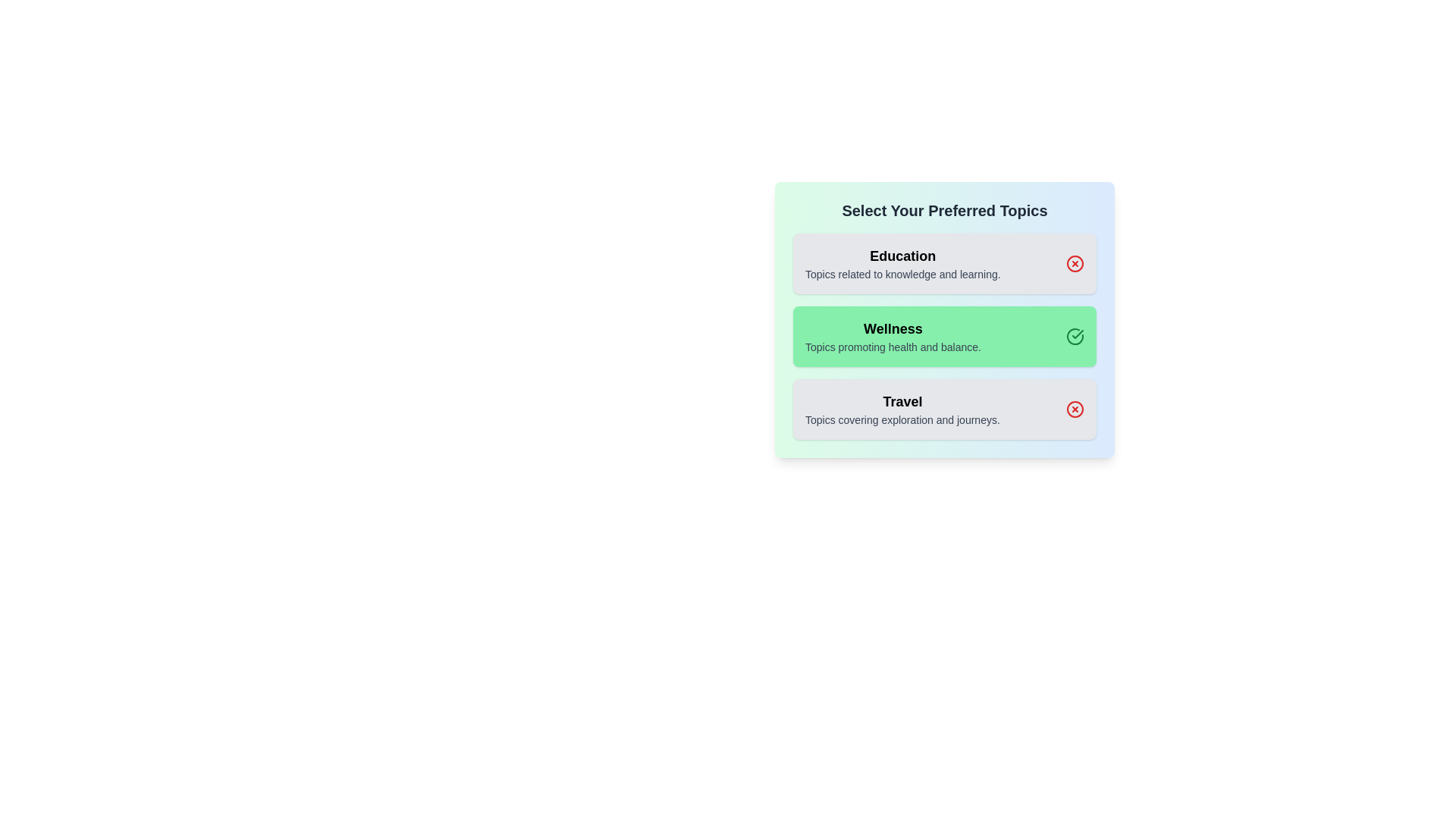  I want to click on the panel corresponding to the topic Education, so click(944, 262).